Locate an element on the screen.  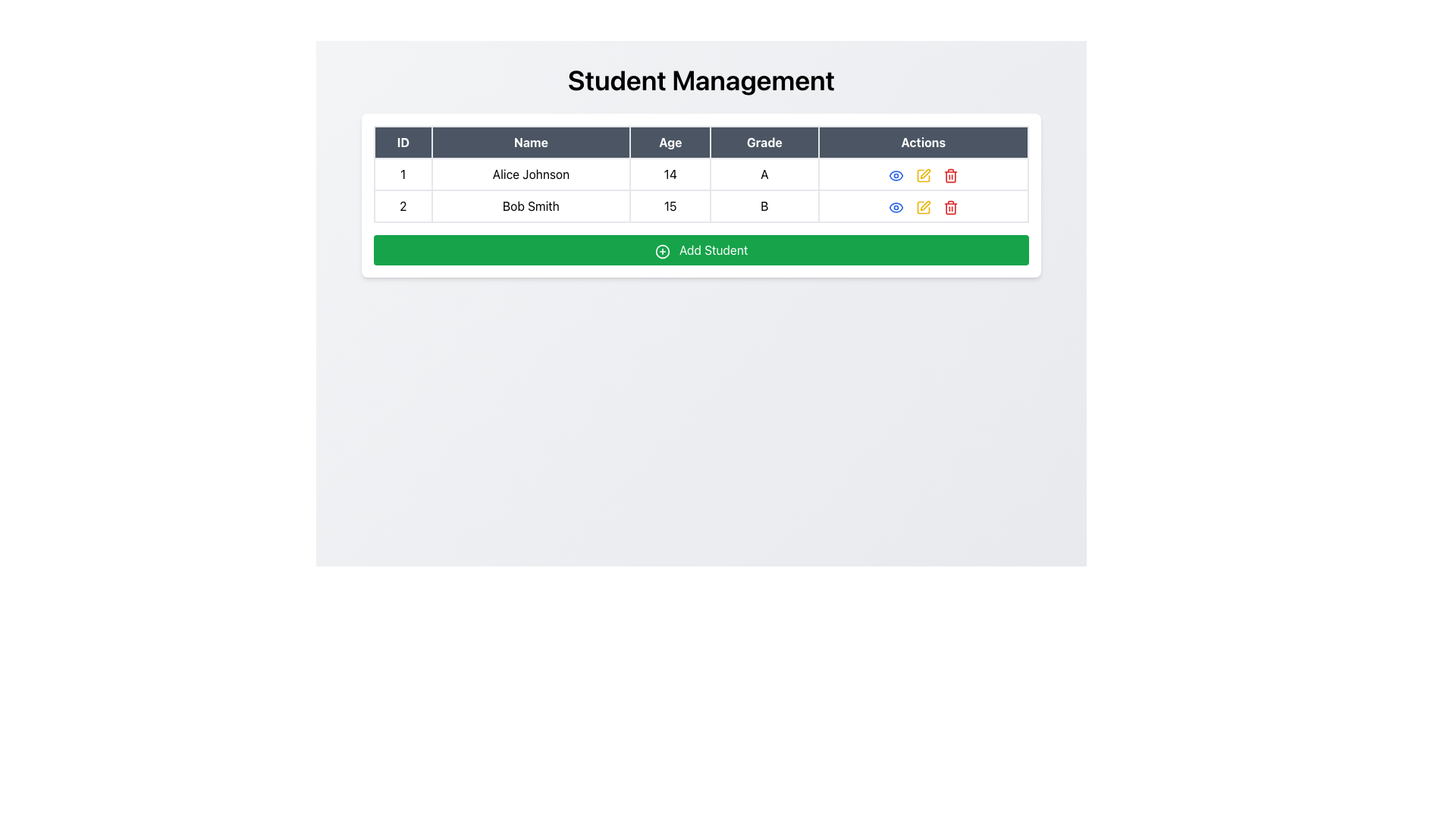
the edit icon located in the 'Actions' column of the second row of the data table, which is represented by a square-pen SVG icon is located at coordinates (924, 206).